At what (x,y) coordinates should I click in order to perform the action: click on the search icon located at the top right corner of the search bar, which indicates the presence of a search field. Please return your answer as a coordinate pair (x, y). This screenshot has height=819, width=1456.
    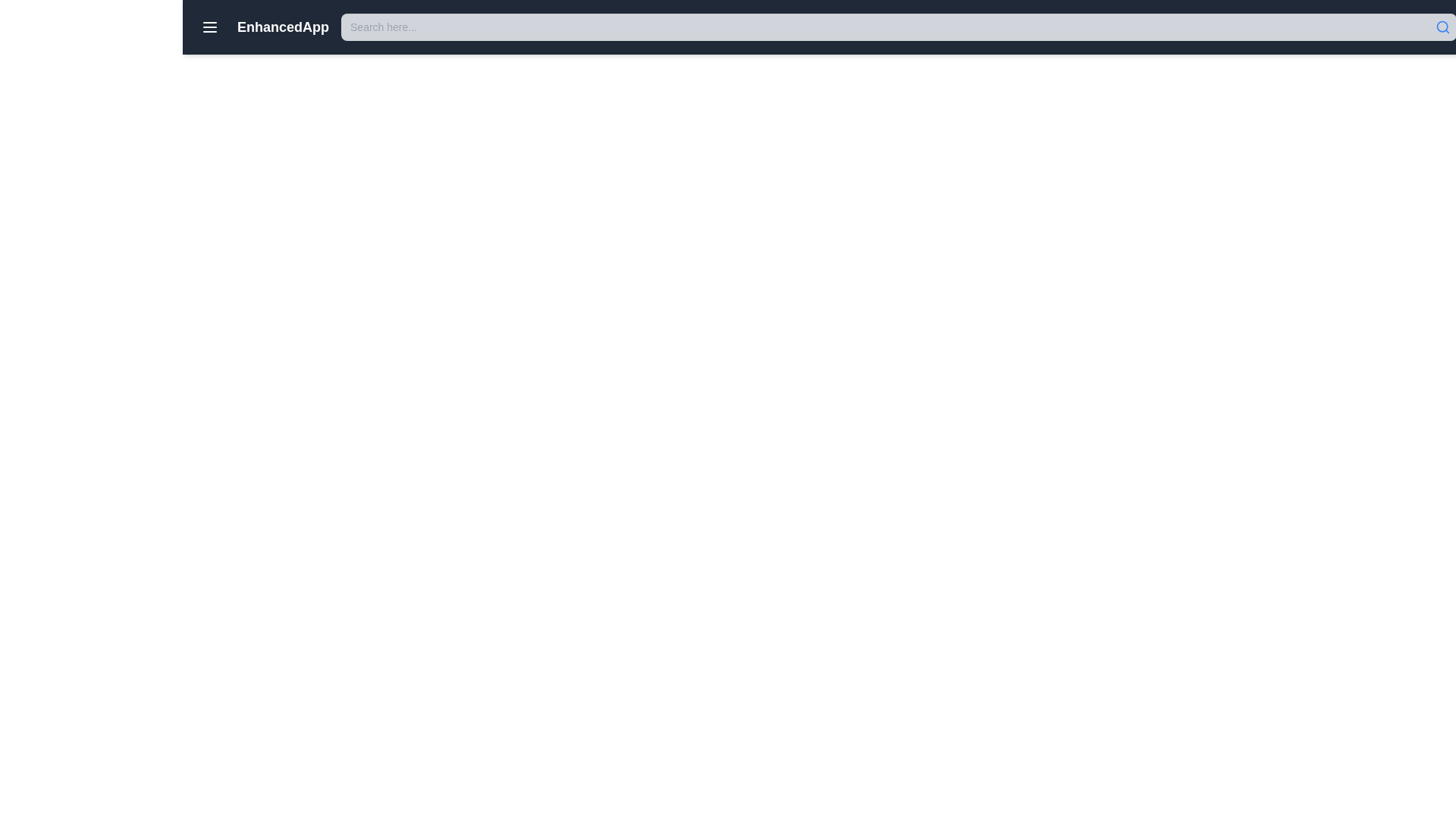
    Looking at the image, I should click on (1442, 27).